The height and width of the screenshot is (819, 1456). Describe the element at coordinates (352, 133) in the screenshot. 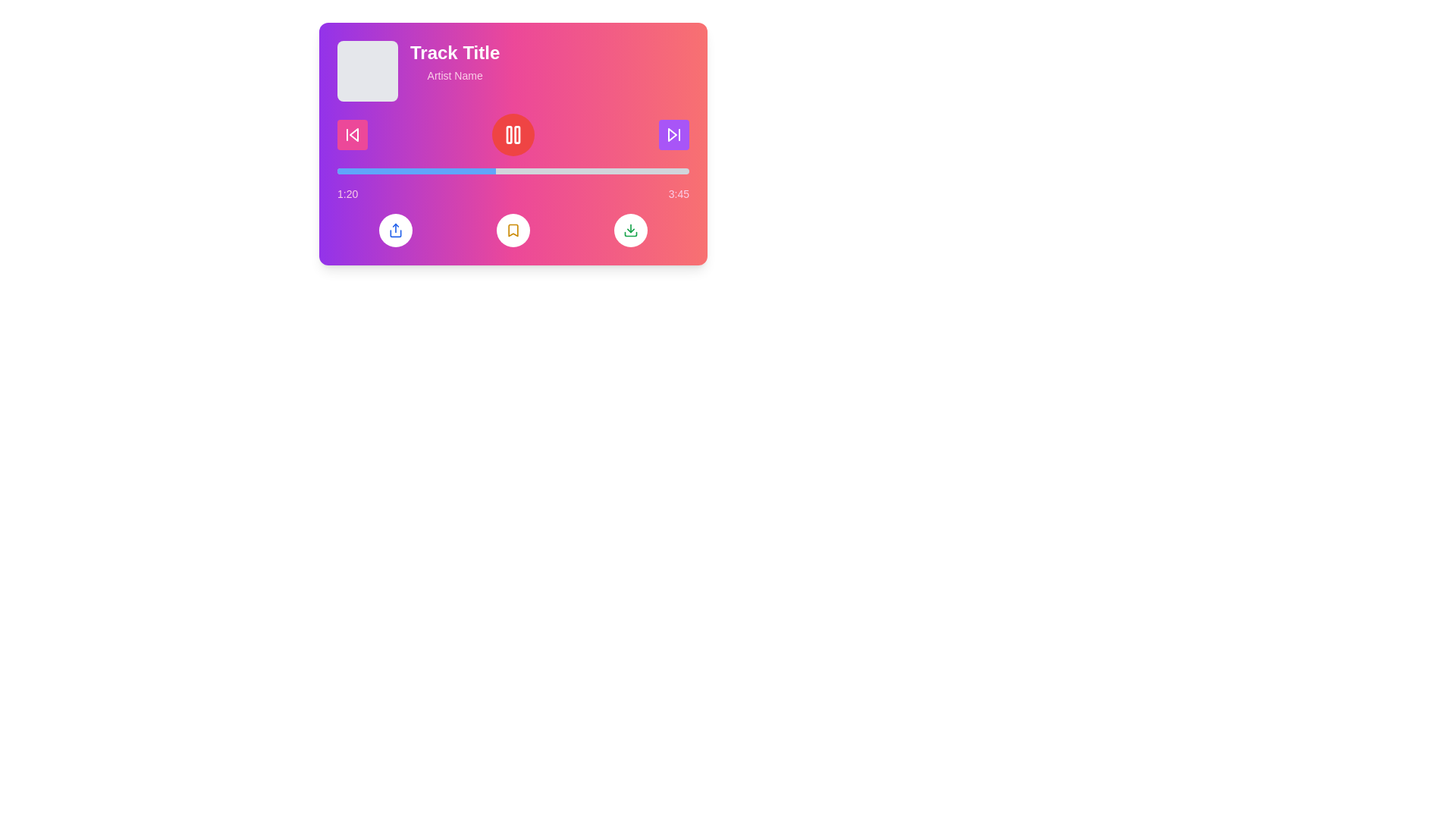

I see `the compact pink button with a skip-backward icon` at that location.